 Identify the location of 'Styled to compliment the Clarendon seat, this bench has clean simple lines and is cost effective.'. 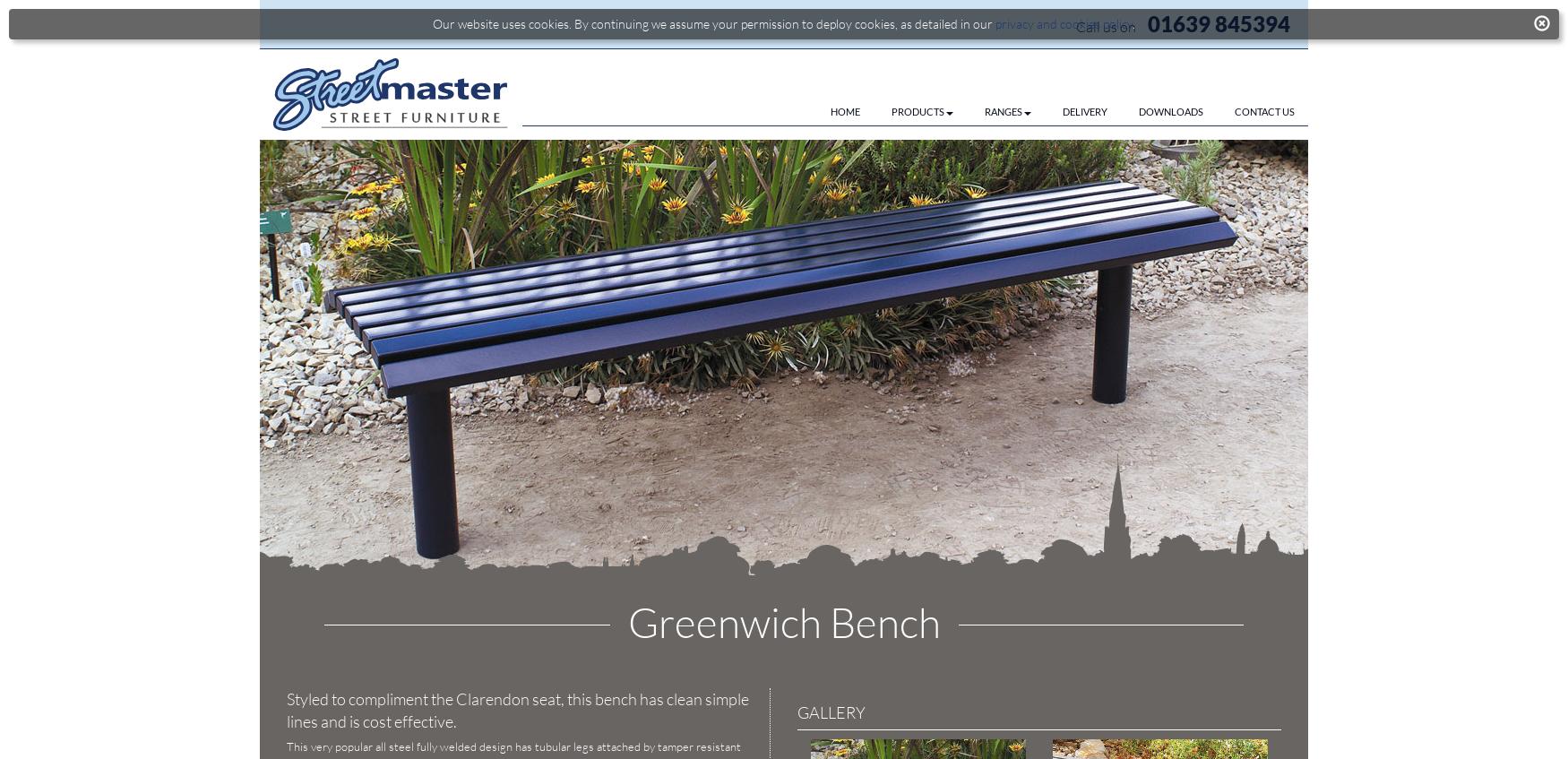
(518, 710).